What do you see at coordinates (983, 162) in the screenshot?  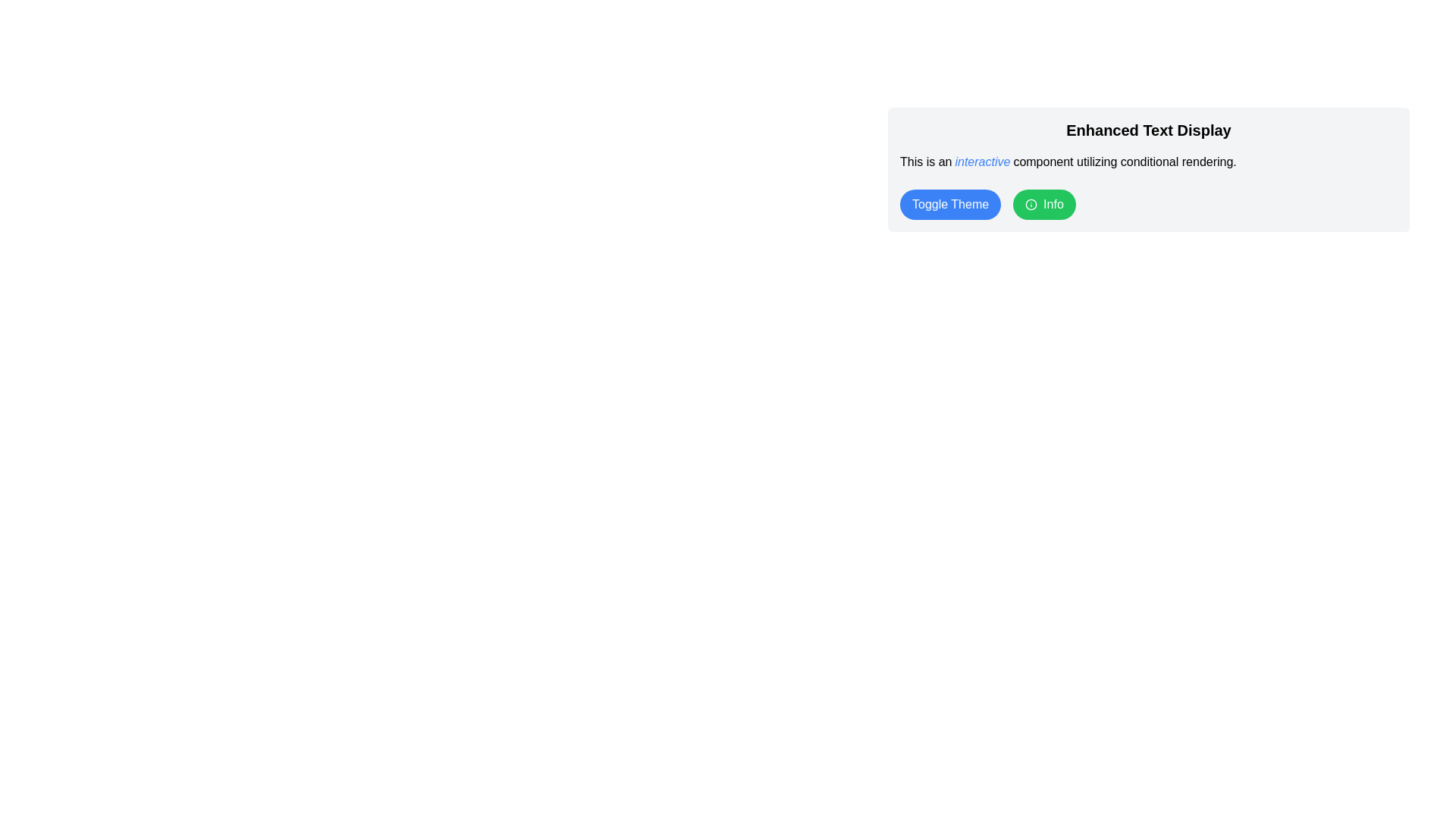 I see `the word 'interactive' in the 'Enhanced Text Display' box to emphasize its importance within the descriptive sentence` at bounding box center [983, 162].